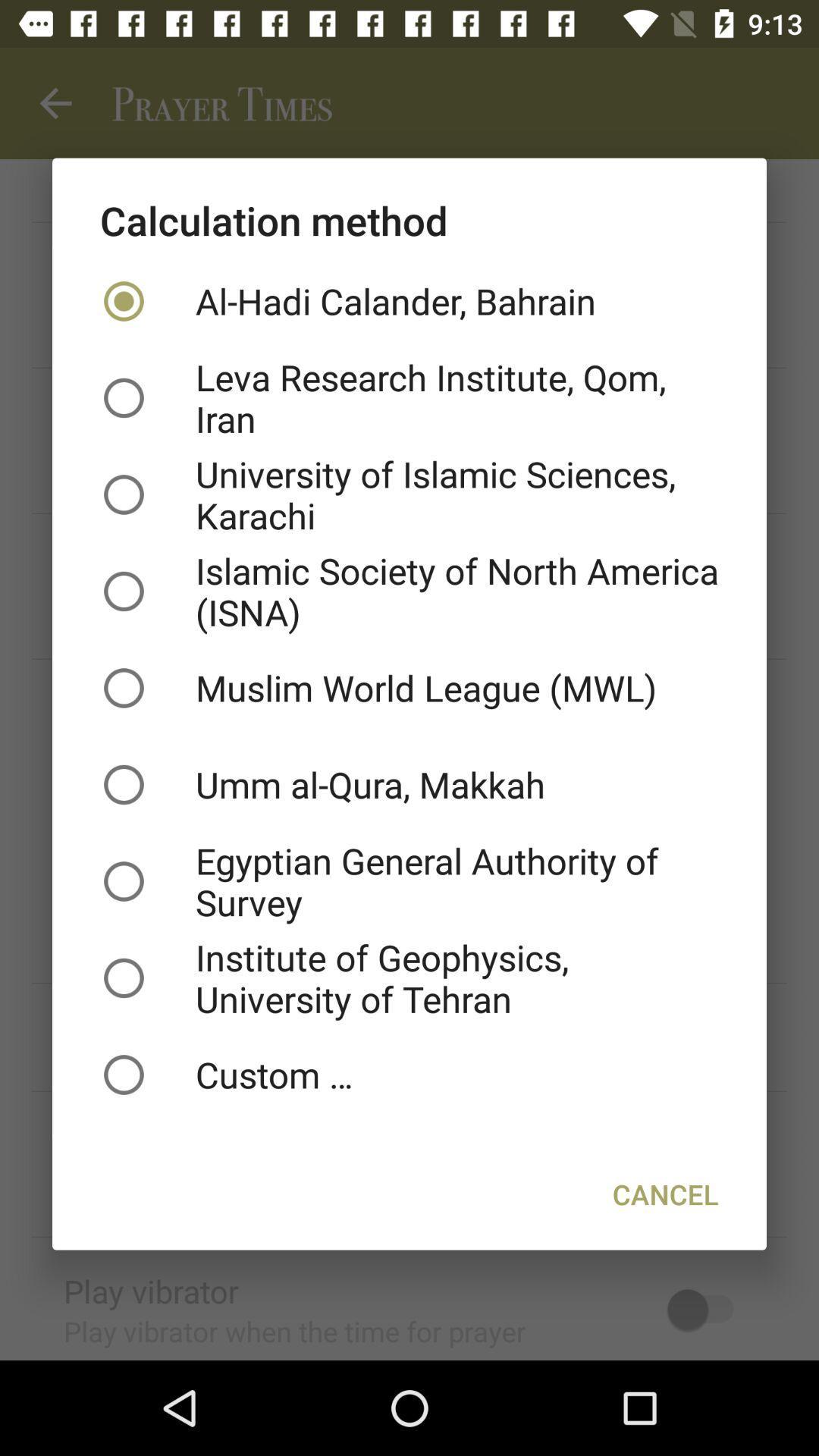 The height and width of the screenshot is (1456, 819). I want to click on the cancel item, so click(664, 1193).